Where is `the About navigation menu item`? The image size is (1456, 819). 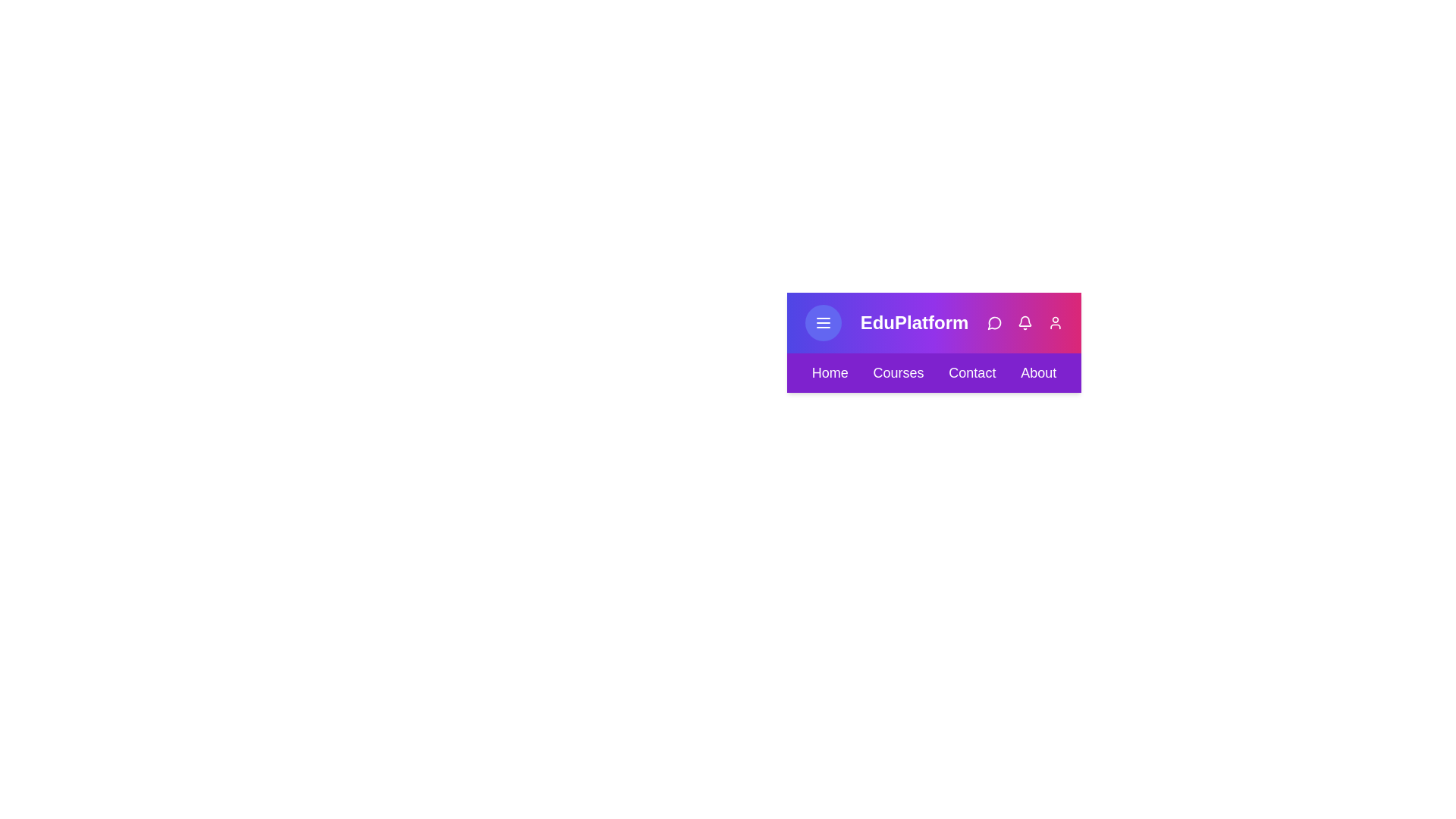 the About navigation menu item is located at coordinates (1037, 373).